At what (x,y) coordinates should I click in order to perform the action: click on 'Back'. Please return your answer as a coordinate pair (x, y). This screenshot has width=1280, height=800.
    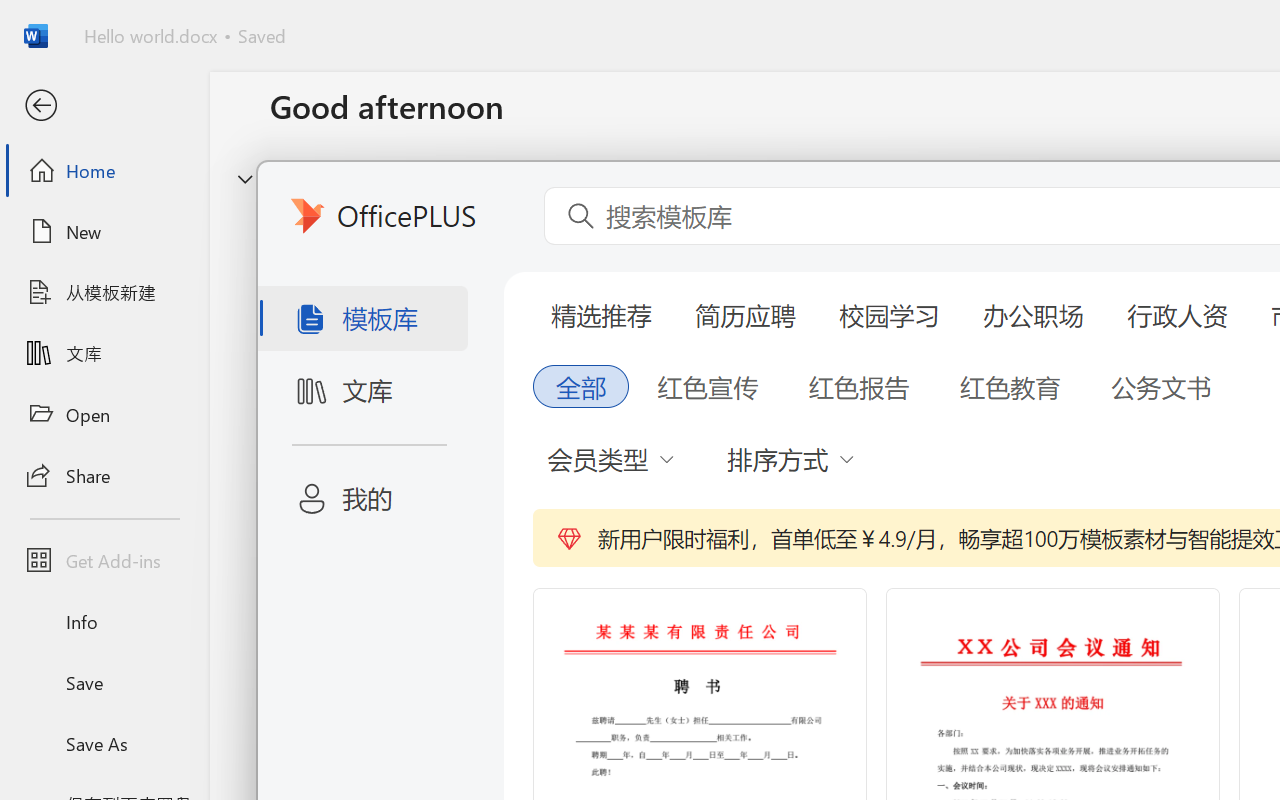
    Looking at the image, I should click on (103, 105).